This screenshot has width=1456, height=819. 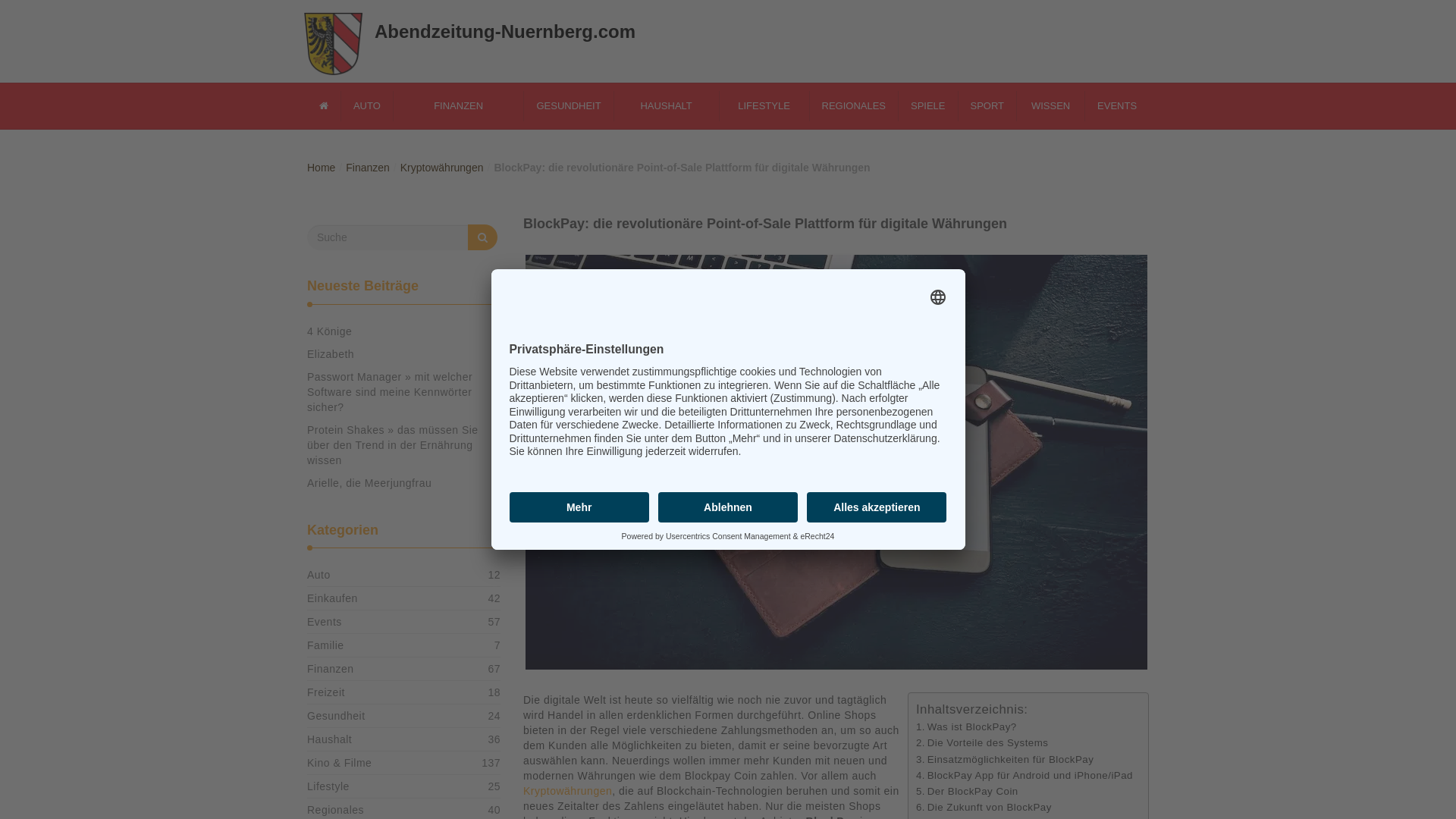 What do you see at coordinates (451, 105) in the screenshot?
I see `'FINANZEN'` at bounding box center [451, 105].